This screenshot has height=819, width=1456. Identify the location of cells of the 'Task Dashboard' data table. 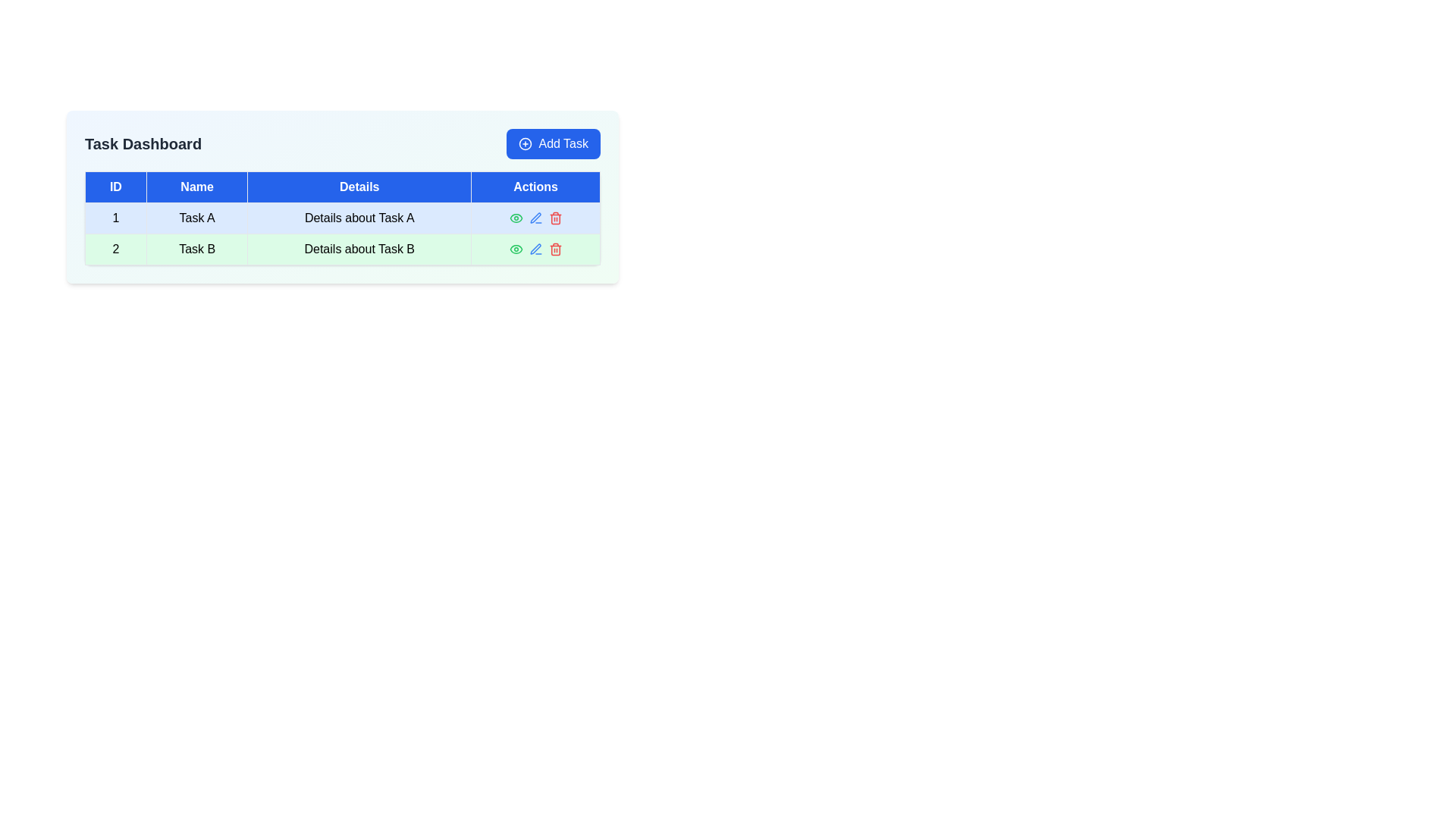
(341, 256).